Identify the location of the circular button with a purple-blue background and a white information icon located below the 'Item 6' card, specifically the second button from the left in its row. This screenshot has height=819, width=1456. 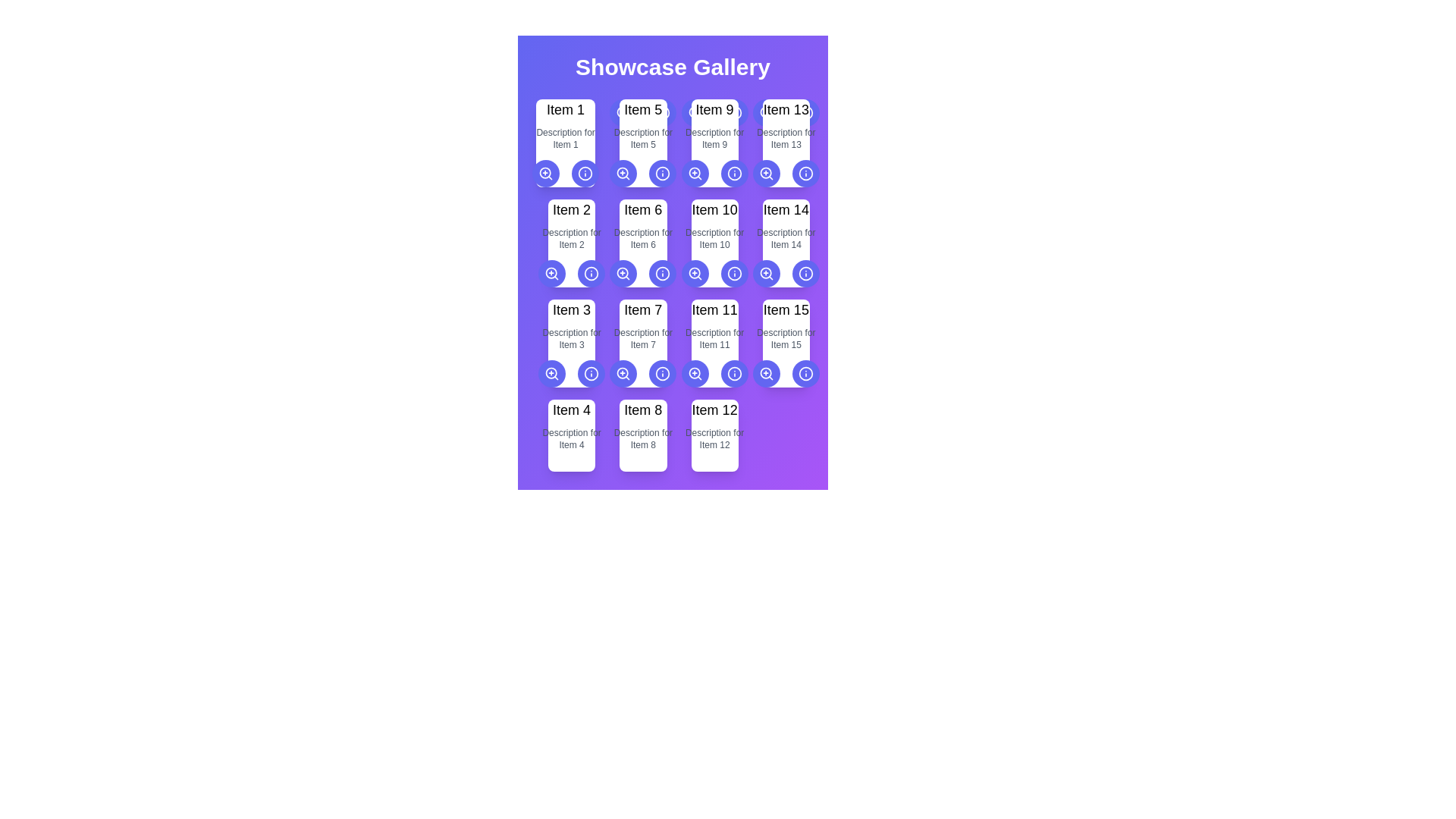
(663, 274).